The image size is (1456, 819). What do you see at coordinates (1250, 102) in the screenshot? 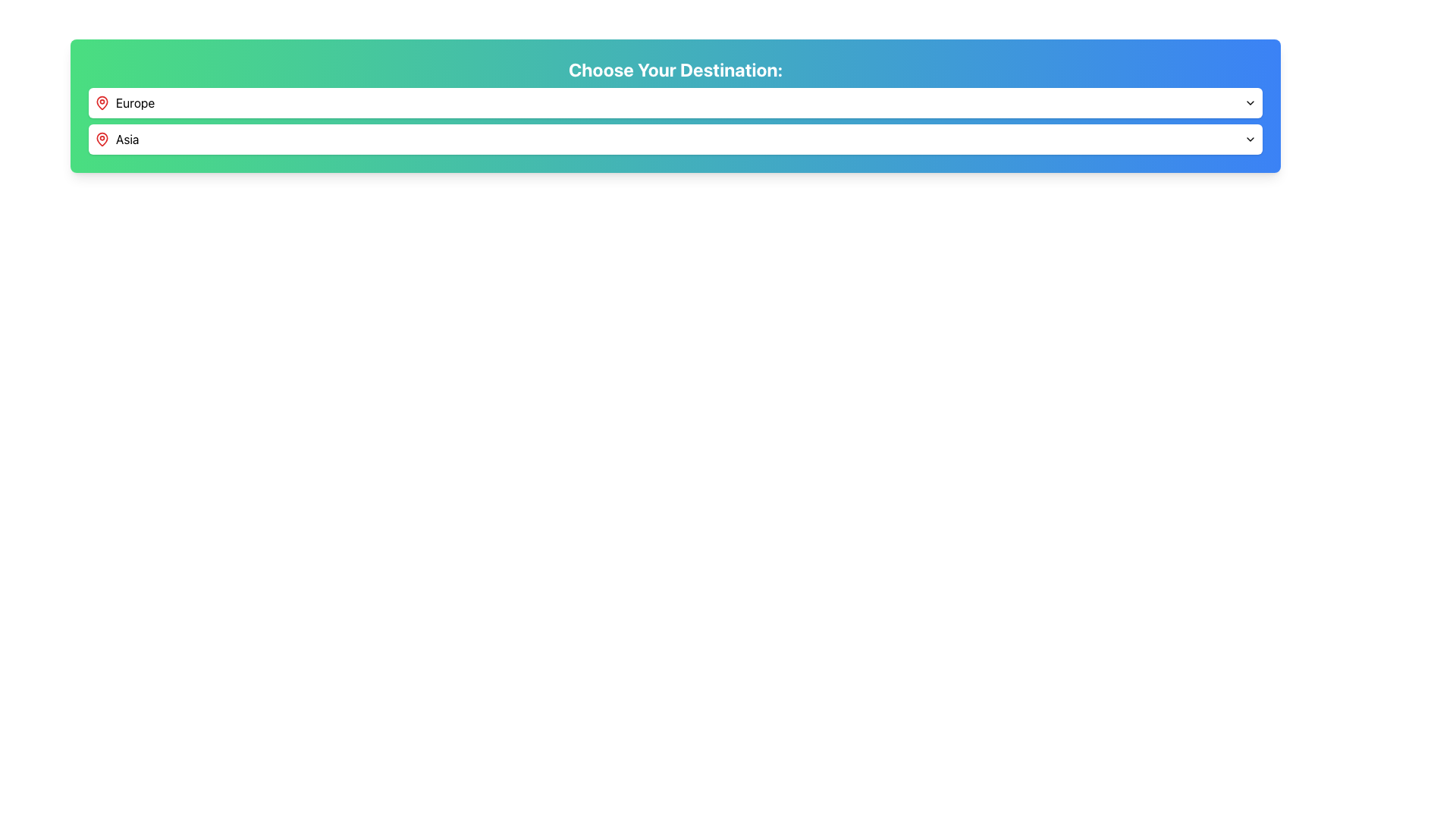
I see `the dropdown indicator icon located on the far right of the 'Europe' dropdown component to drop down options` at bounding box center [1250, 102].